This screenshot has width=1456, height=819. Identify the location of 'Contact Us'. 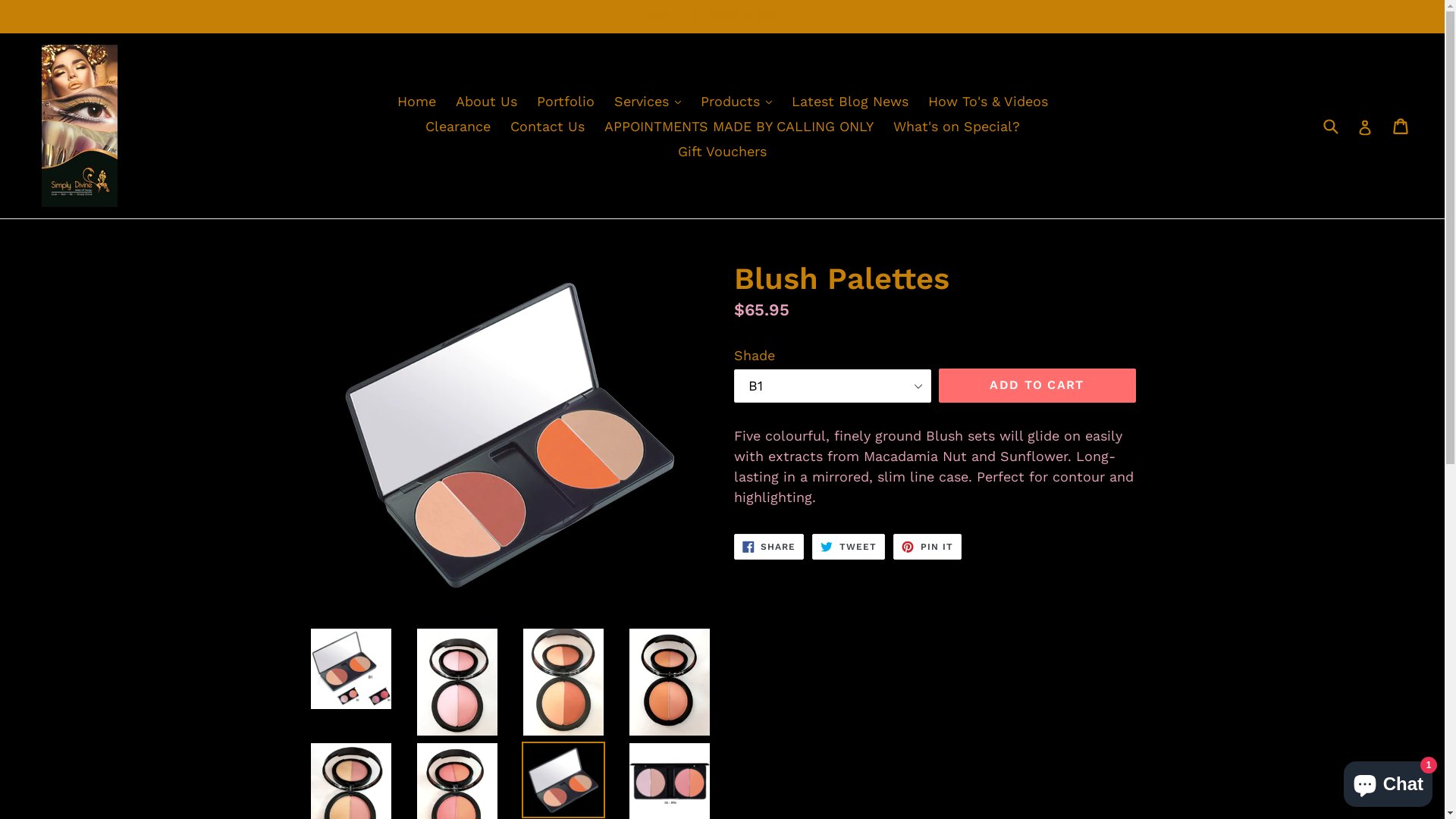
(546, 125).